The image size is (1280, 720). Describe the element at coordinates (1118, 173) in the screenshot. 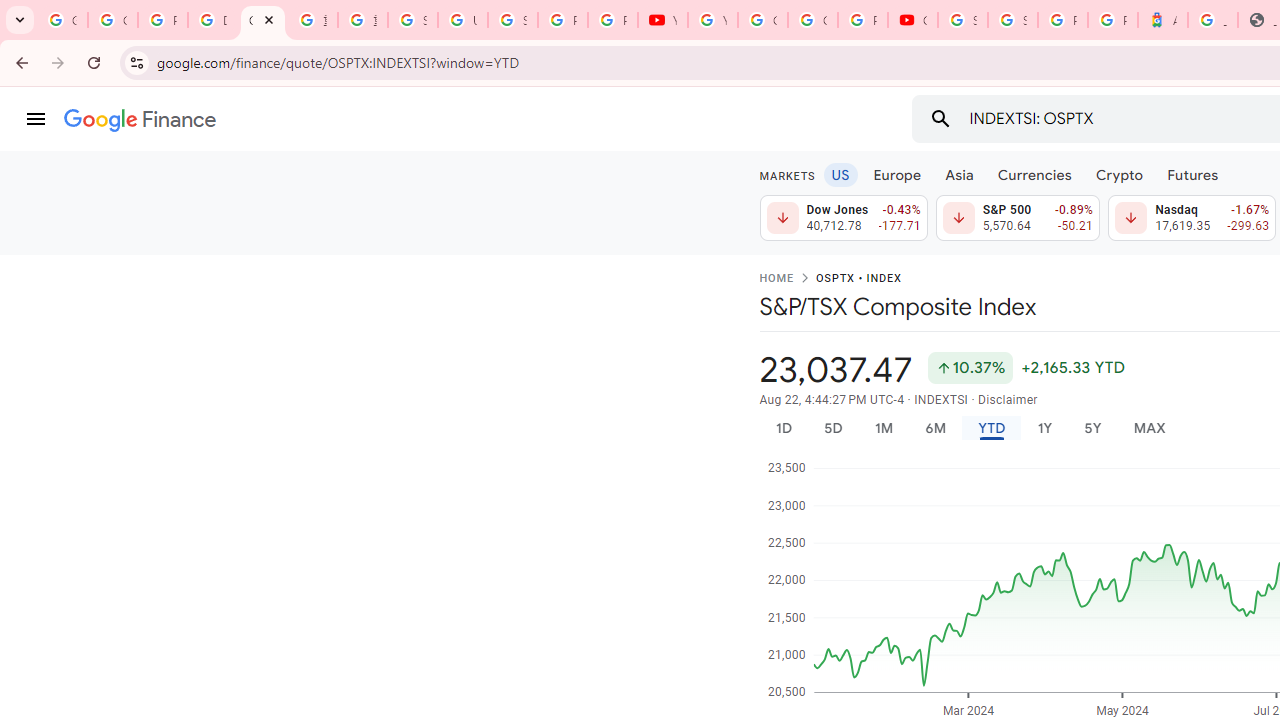

I see `'Crypto'` at that location.